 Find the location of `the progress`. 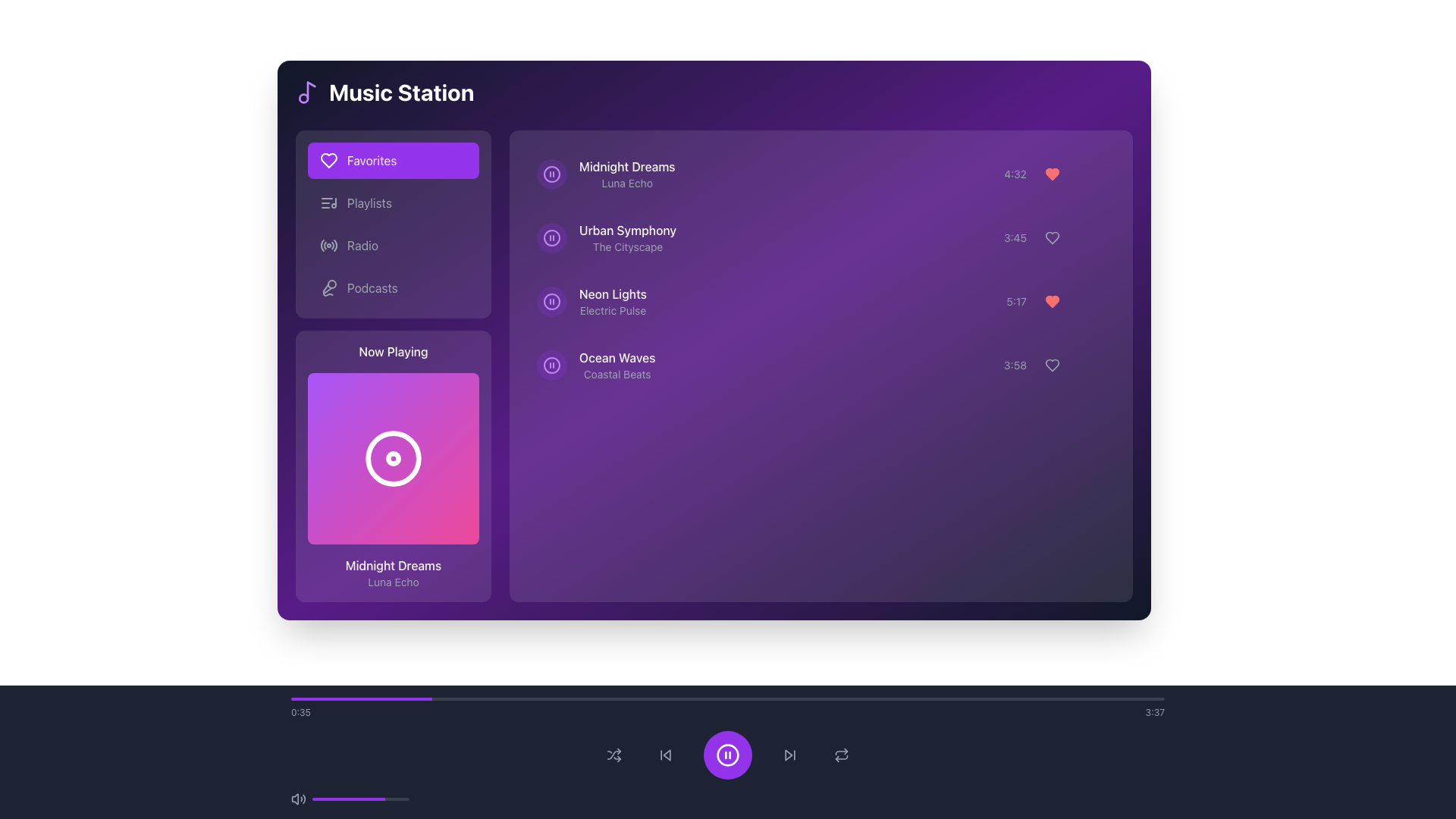

the progress is located at coordinates (373, 798).